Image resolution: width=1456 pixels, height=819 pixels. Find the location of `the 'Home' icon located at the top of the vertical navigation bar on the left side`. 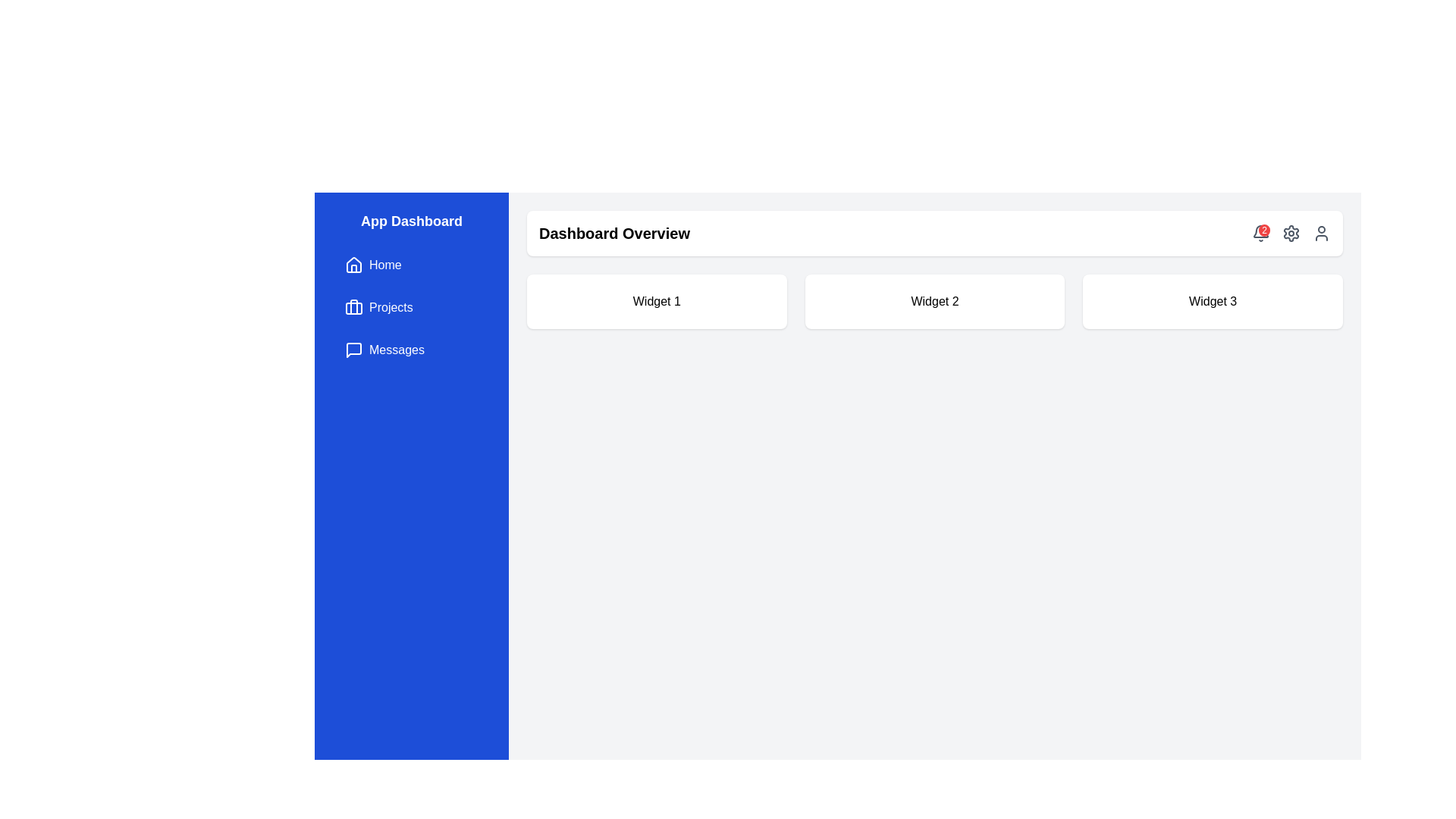

the 'Home' icon located at the top of the vertical navigation bar on the left side is located at coordinates (353, 263).